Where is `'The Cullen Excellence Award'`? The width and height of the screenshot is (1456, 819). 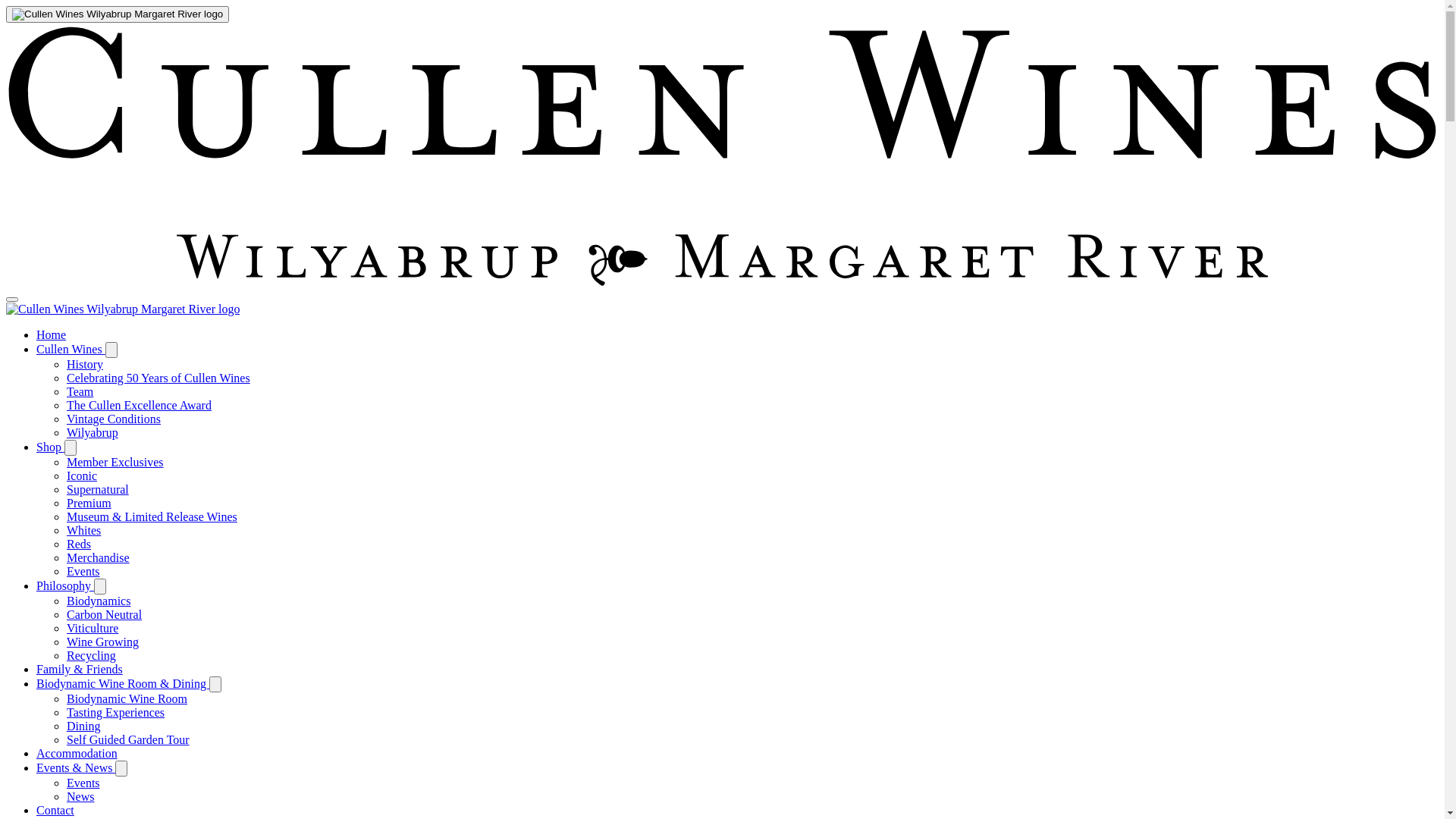 'The Cullen Excellence Award' is located at coordinates (139, 404).